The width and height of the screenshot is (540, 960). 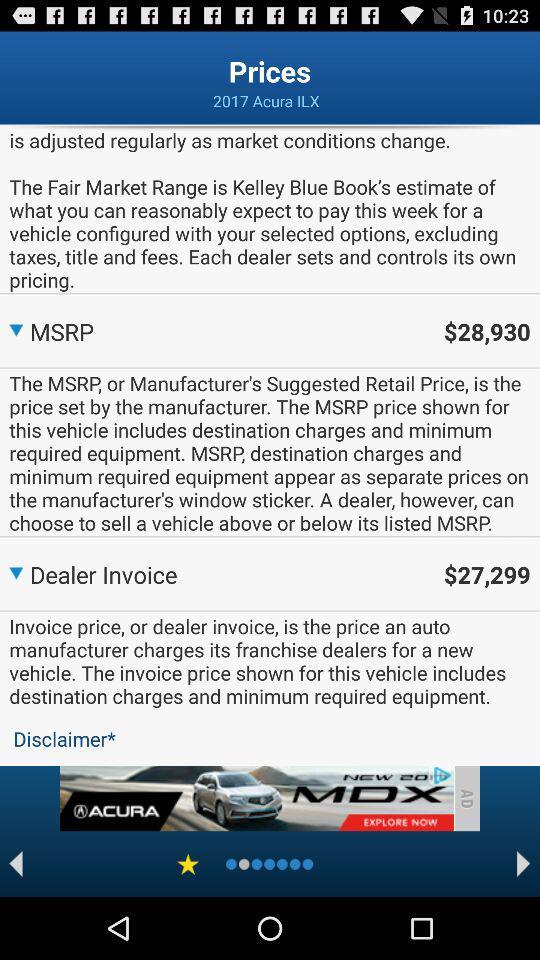 I want to click on go back, so click(x=15, y=863).